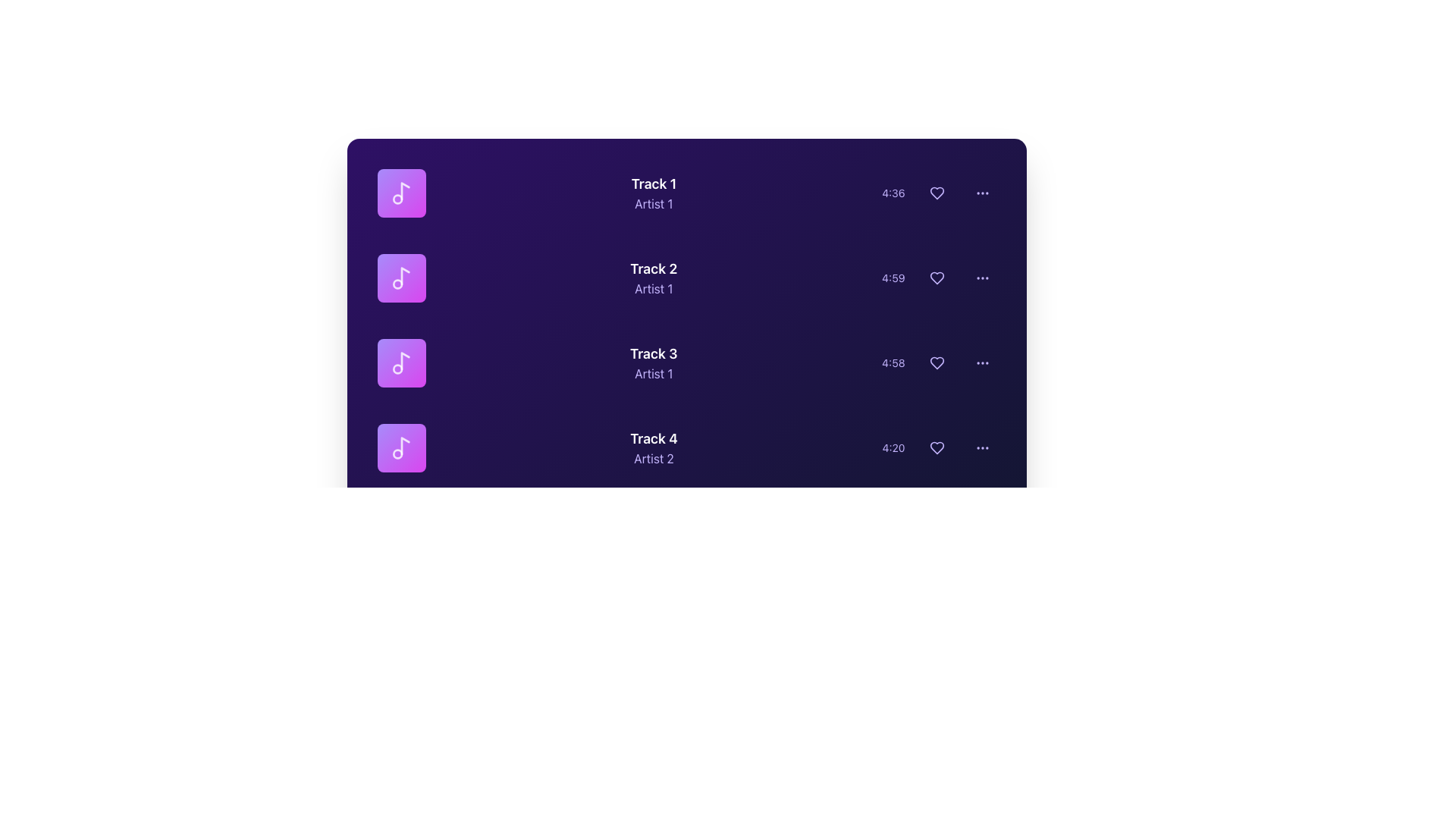 This screenshot has height=819, width=1456. What do you see at coordinates (936, 192) in the screenshot?
I see `the heart icon button, which is styled with a white stroke and positioned to the far right of the row containing 'Track 1' and 'Artist 1'` at bounding box center [936, 192].